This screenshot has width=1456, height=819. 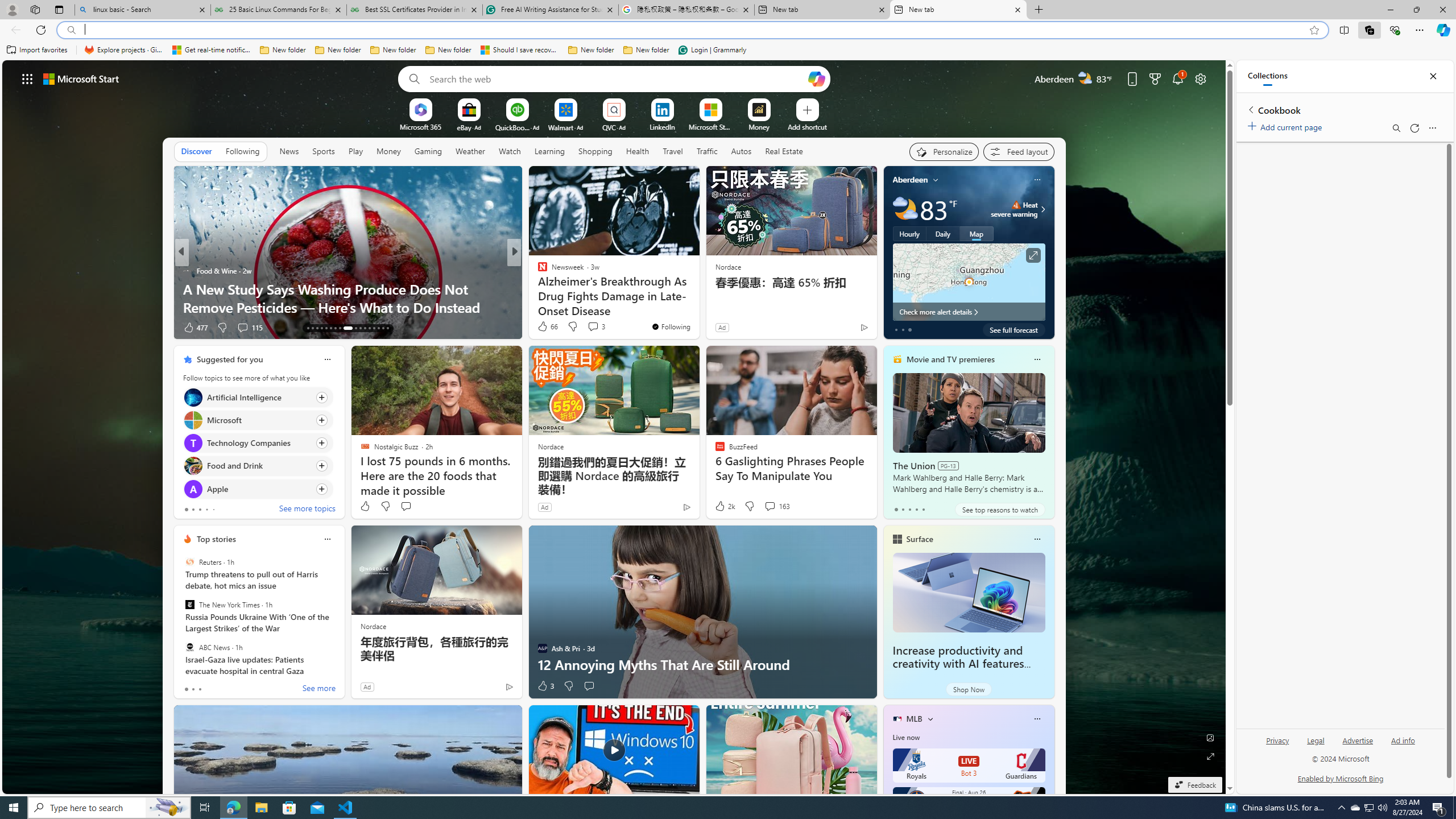 I want to click on 'Microsoft rewards', so click(x=1155, y=78).